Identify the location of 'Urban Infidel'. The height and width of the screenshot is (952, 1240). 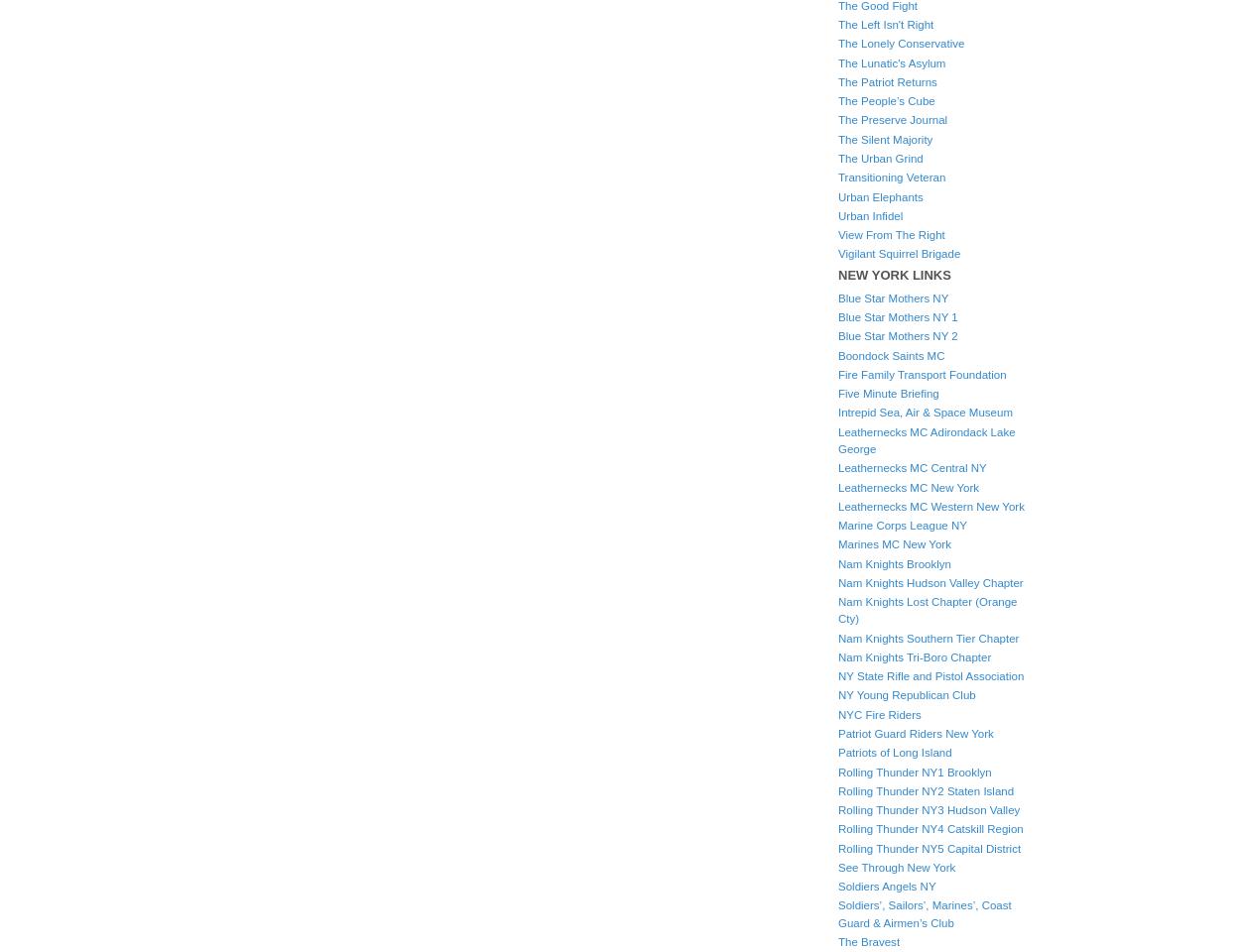
(837, 214).